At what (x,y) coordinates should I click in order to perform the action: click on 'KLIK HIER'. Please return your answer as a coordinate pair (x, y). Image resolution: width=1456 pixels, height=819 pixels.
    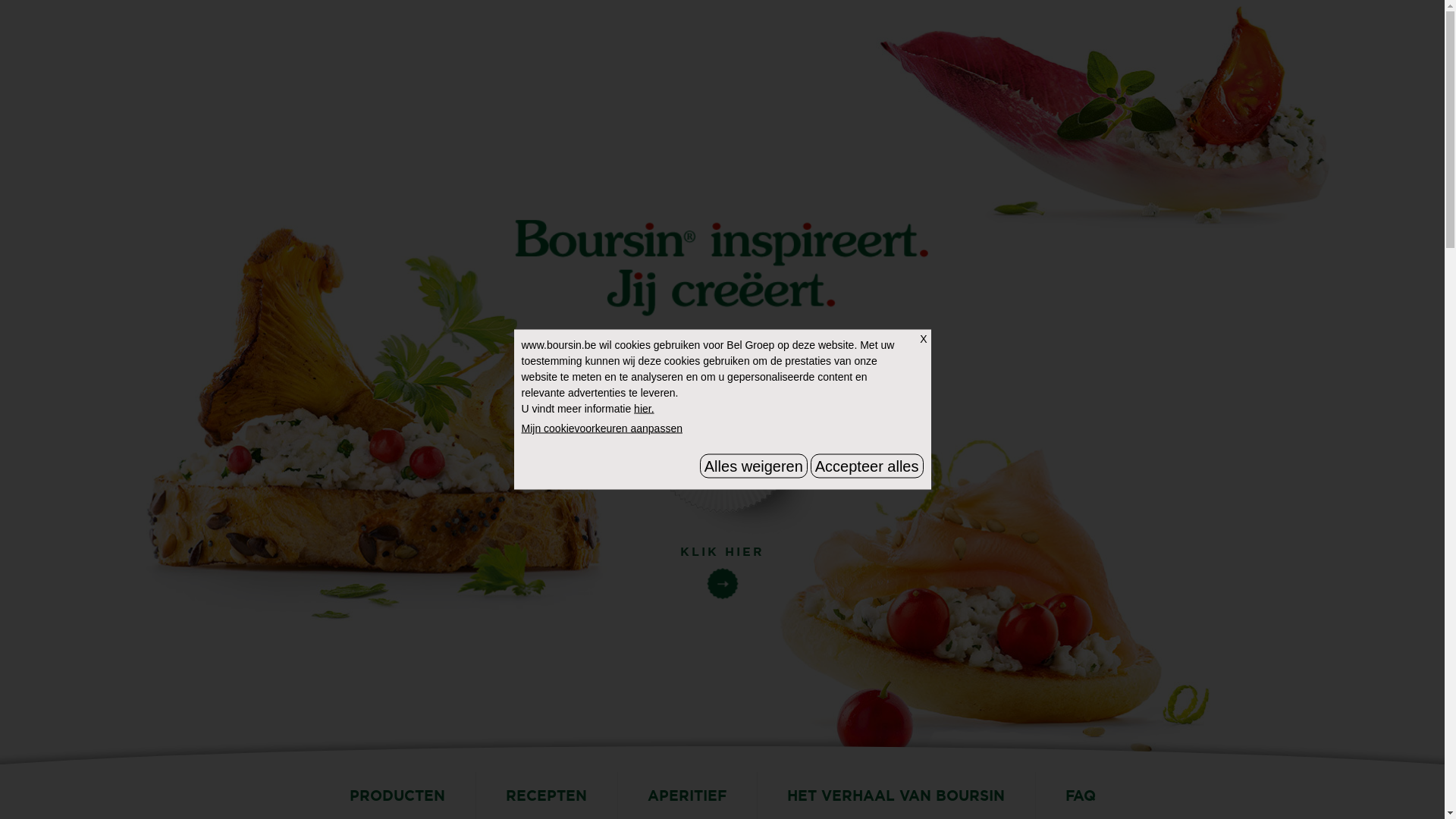
    Looking at the image, I should click on (722, 564).